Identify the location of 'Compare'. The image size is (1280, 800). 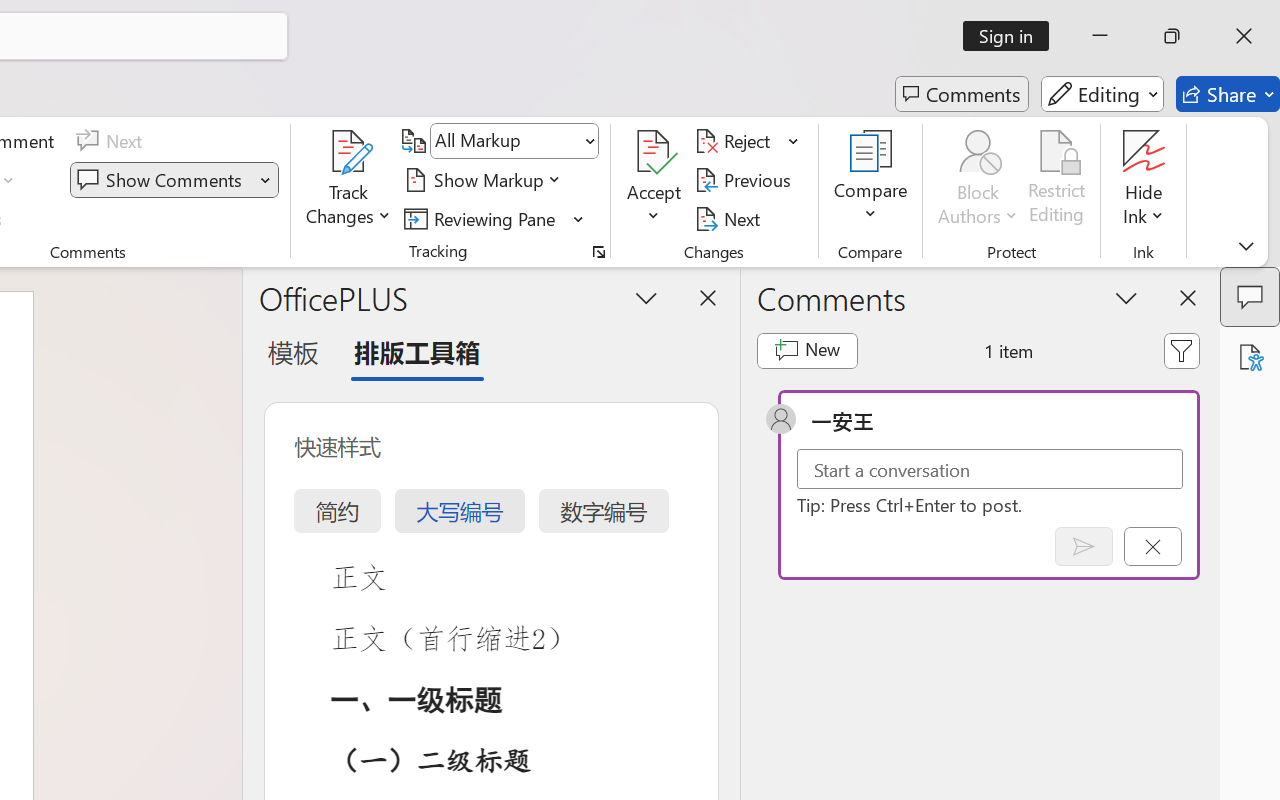
(871, 179).